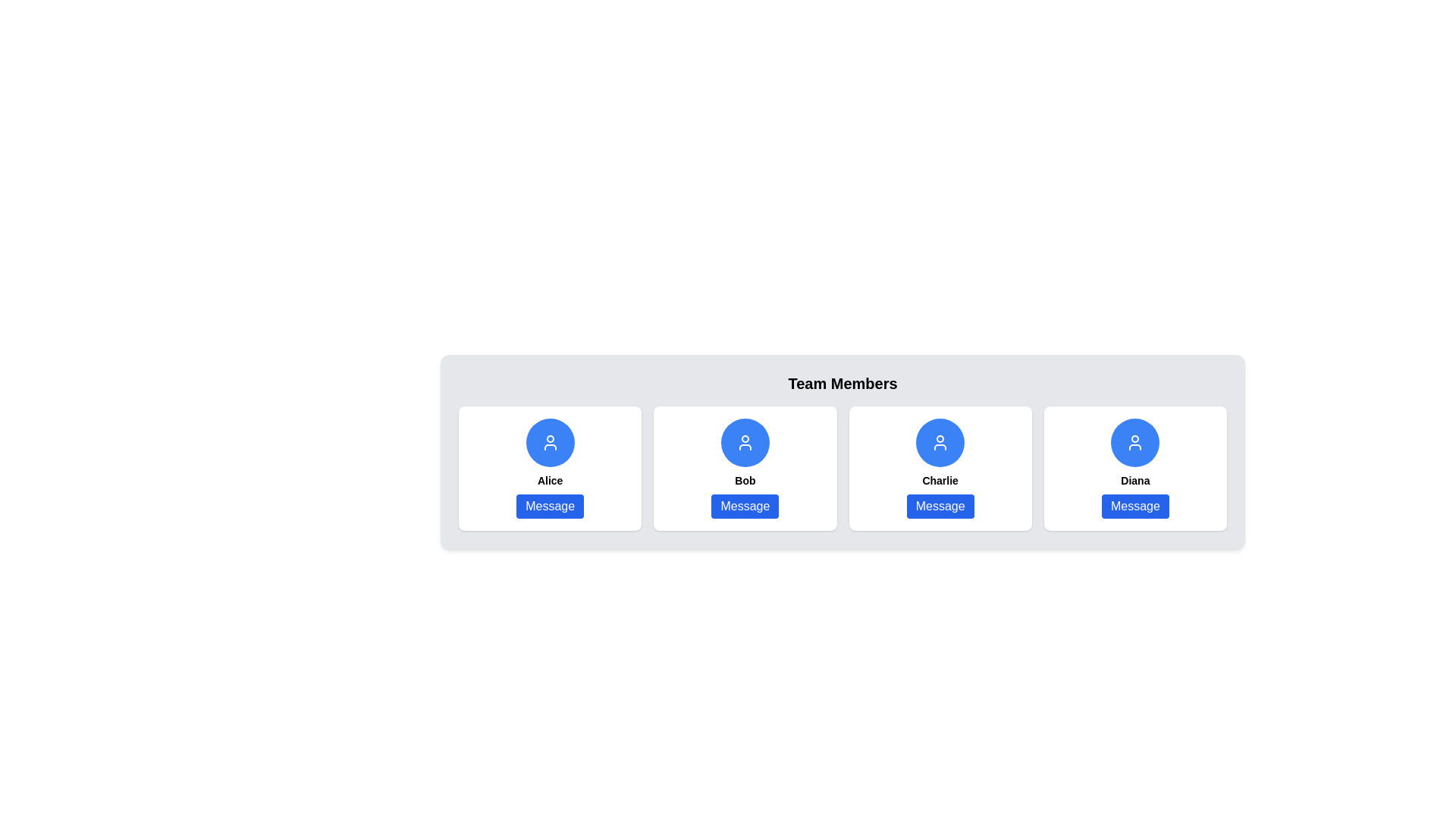 The image size is (1456, 819). Describe the element at coordinates (1135, 442) in the screenshot. I see `the SVG Image representing the user named 'Diana', which is located in the rightmost card of the 'Team Members' section` at that location.